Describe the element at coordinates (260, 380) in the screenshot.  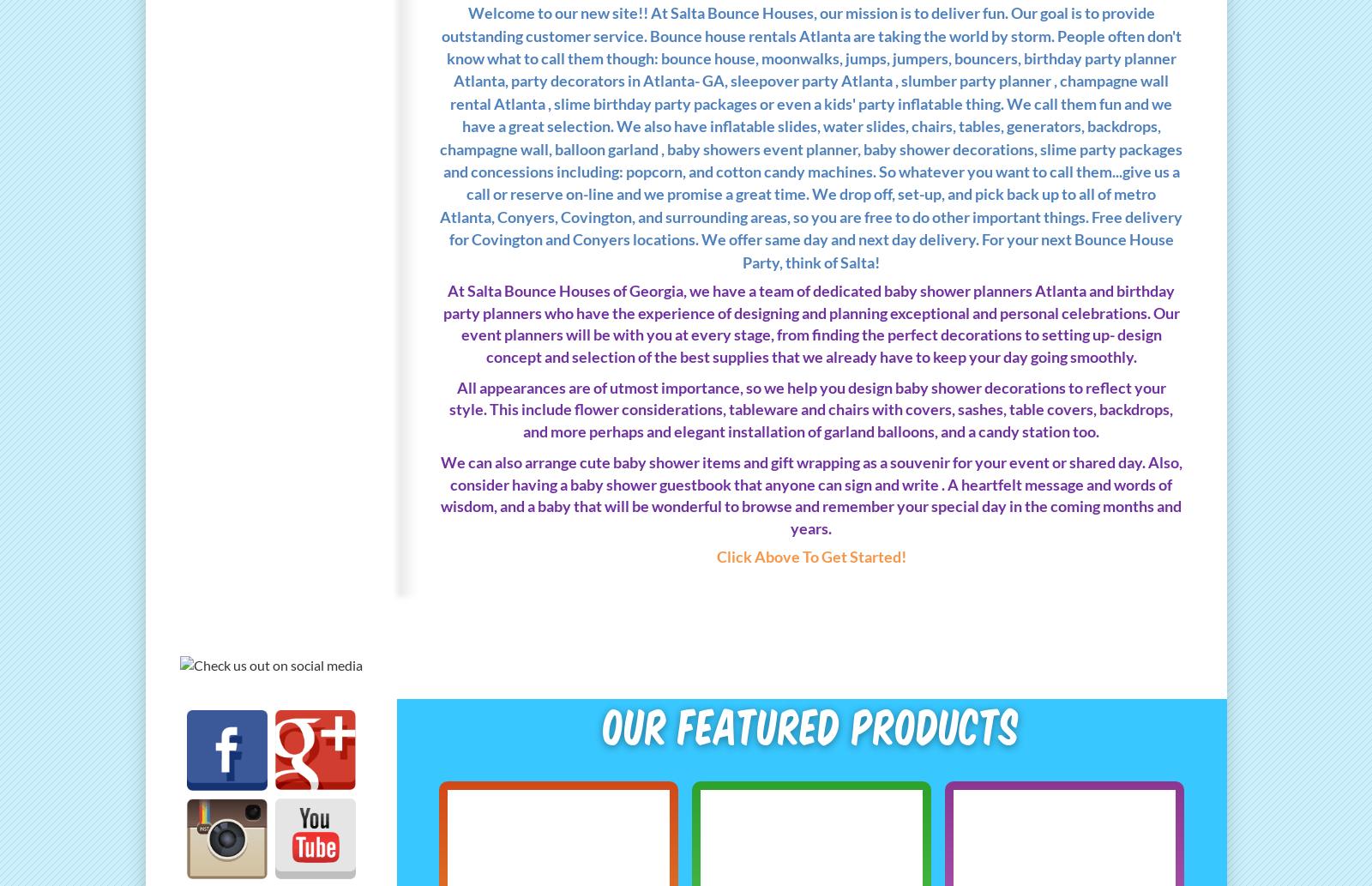
I see `'Tables, Chairs, and Covers'` at that location.